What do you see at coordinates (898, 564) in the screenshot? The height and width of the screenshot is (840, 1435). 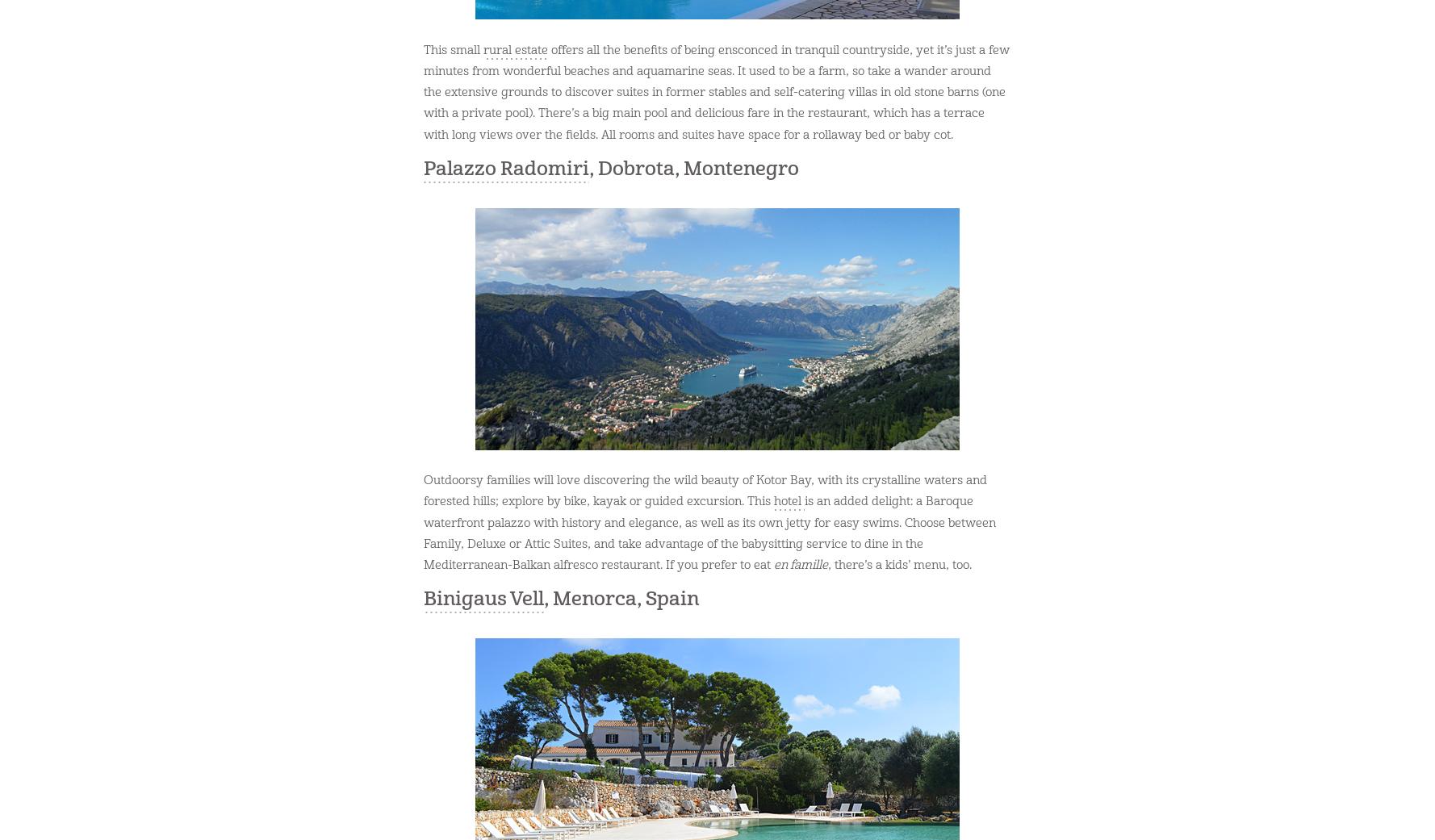 I see `', there’s a kids’ menu, too.'` at bounding box center [898, 564].